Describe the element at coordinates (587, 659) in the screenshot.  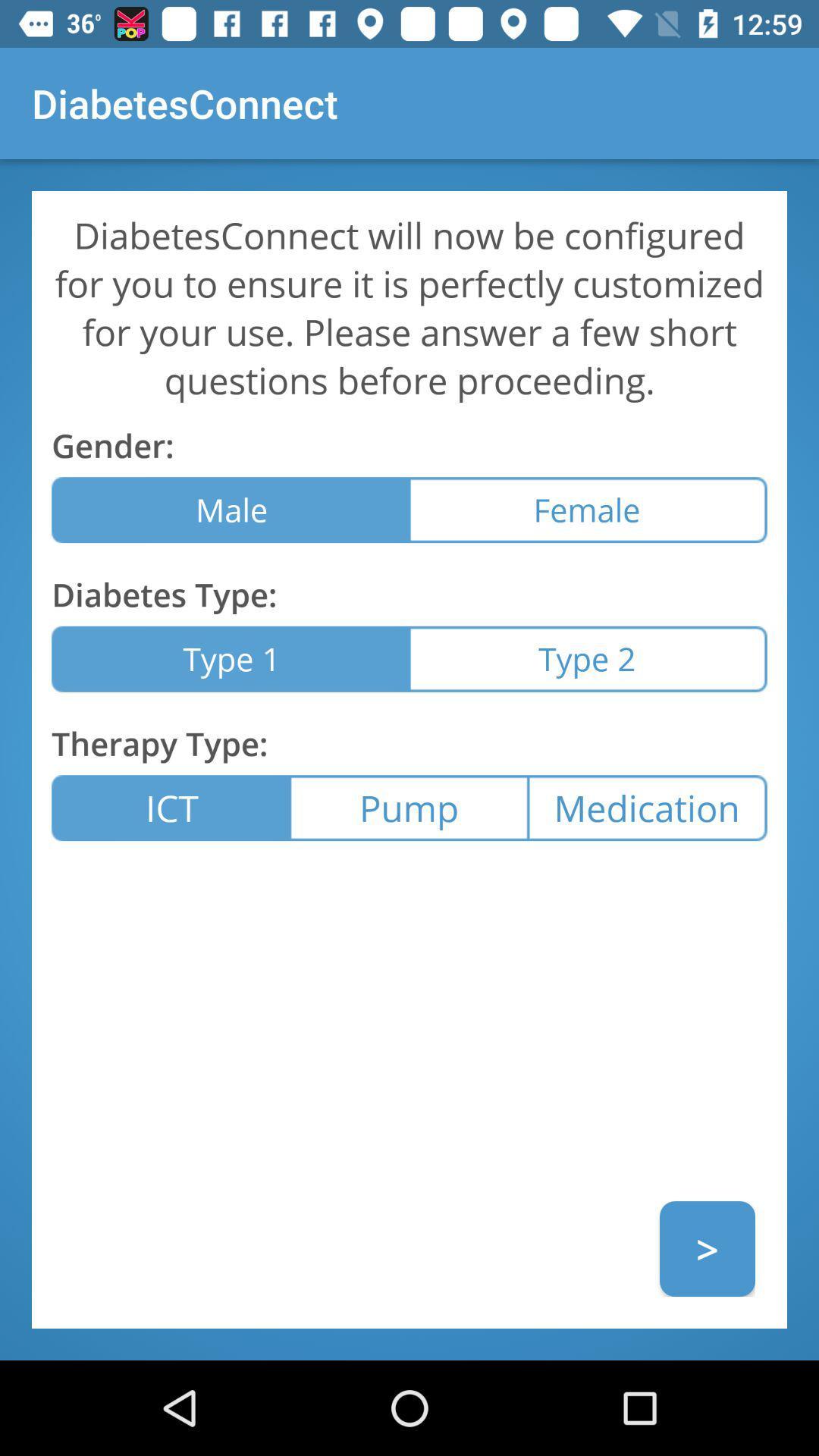
I see `icon to the right of type 1 icon` at that location.